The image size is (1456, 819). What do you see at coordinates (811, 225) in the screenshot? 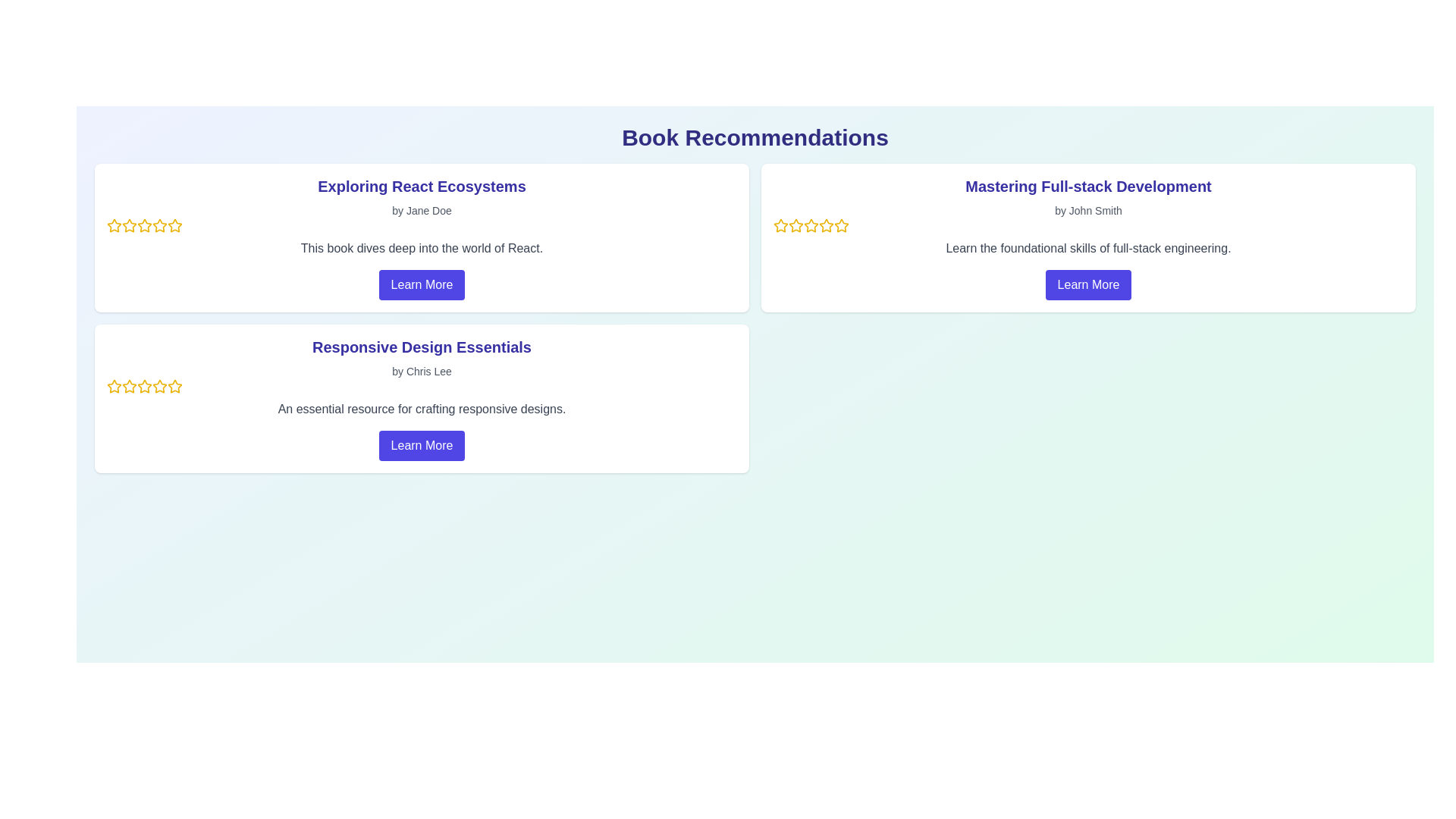
I see `the third star in the star rating component located in the top-right card titled 'Mastering Full-stack Development'` at bounding box center [811, 225].